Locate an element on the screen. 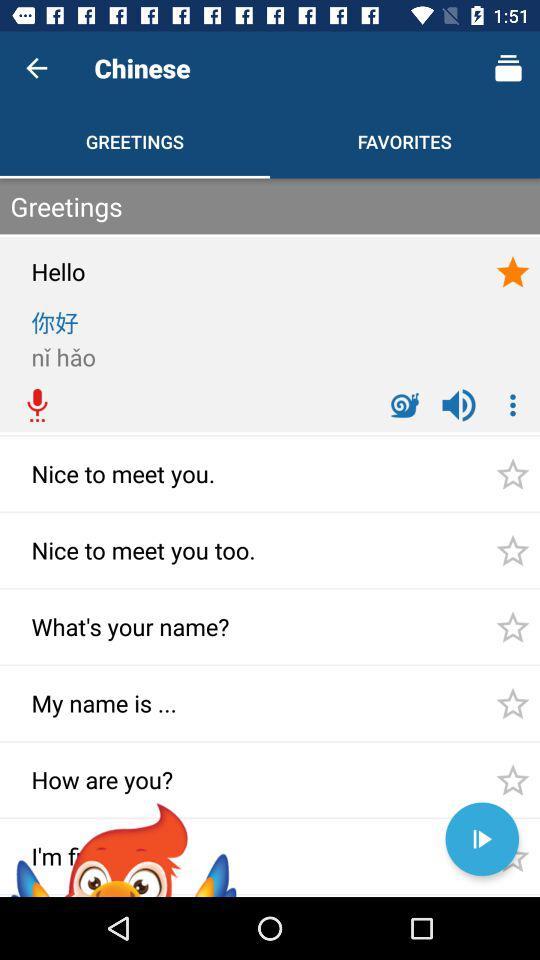 This screenshot has width=540, height=960. the button next to sound button is located at coordinates (513, 404).